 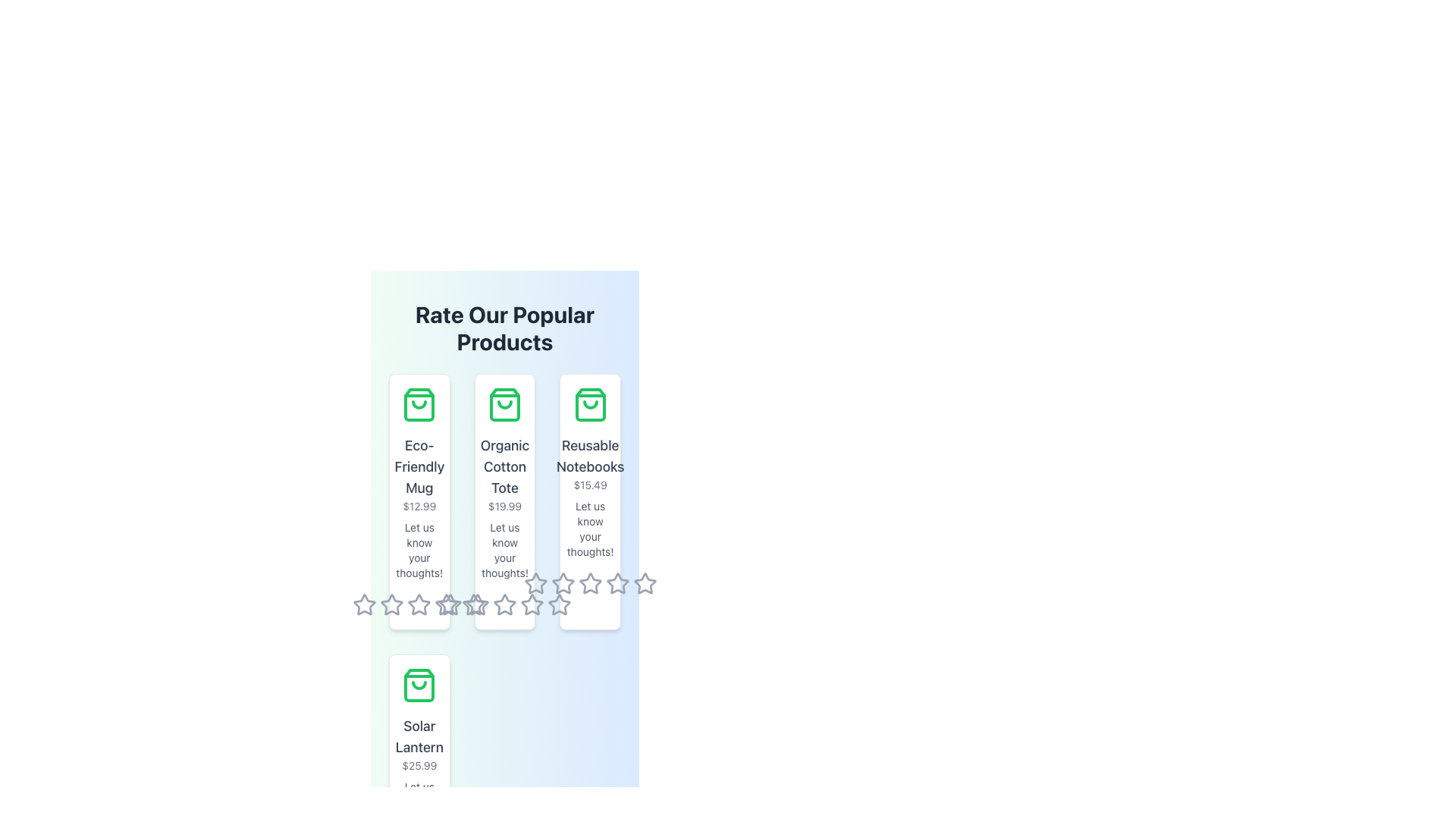 What do you see at coordinates (419, 604) in the screenshot?
I see `the second star icon in the rating system below the 'Eco-Friendly Mug' product card` at bounding box center [419, 604].